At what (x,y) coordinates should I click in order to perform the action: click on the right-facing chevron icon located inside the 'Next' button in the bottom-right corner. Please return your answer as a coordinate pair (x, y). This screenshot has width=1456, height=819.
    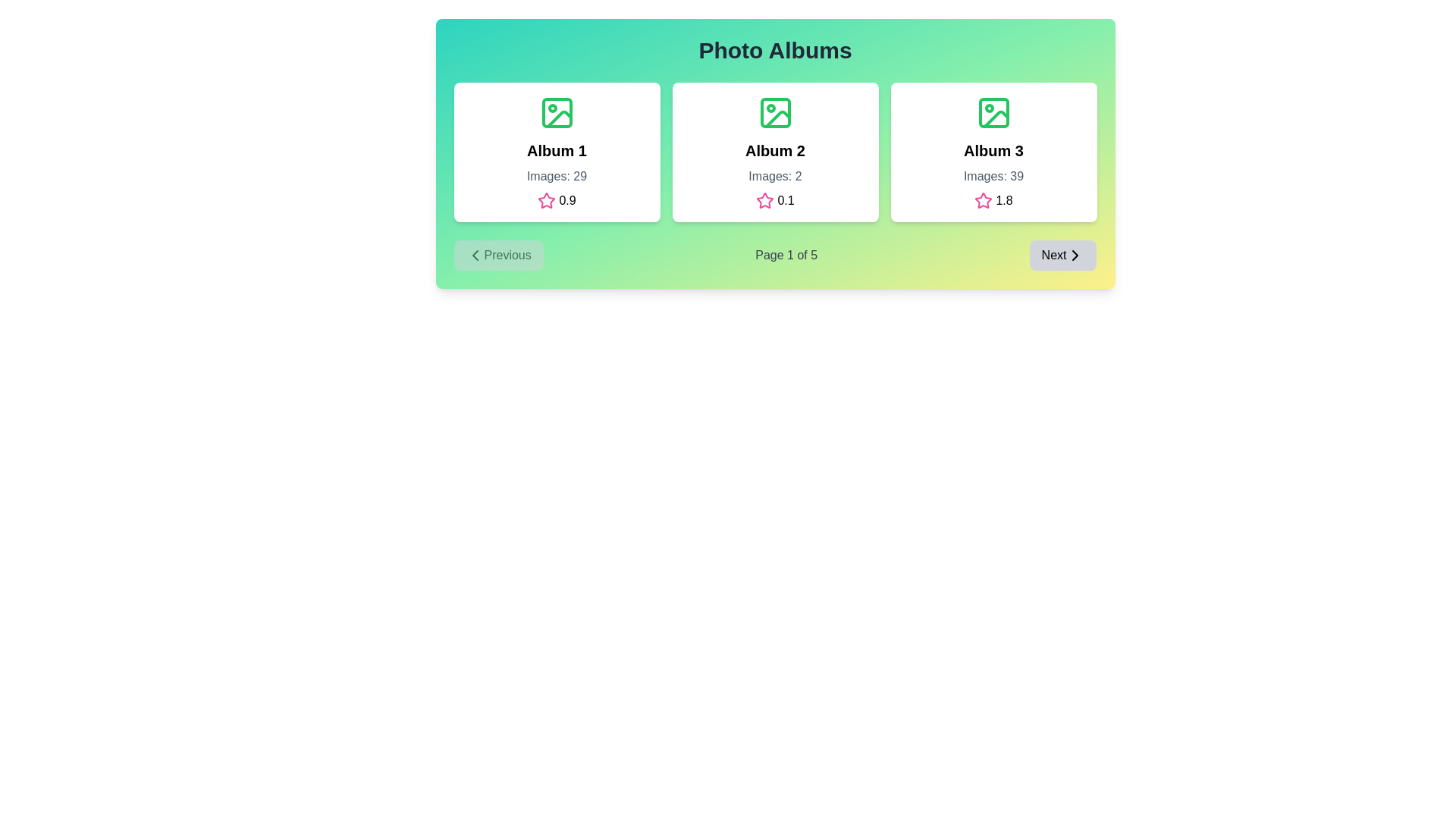
    Looking at the image, I should click on (1075, 254).